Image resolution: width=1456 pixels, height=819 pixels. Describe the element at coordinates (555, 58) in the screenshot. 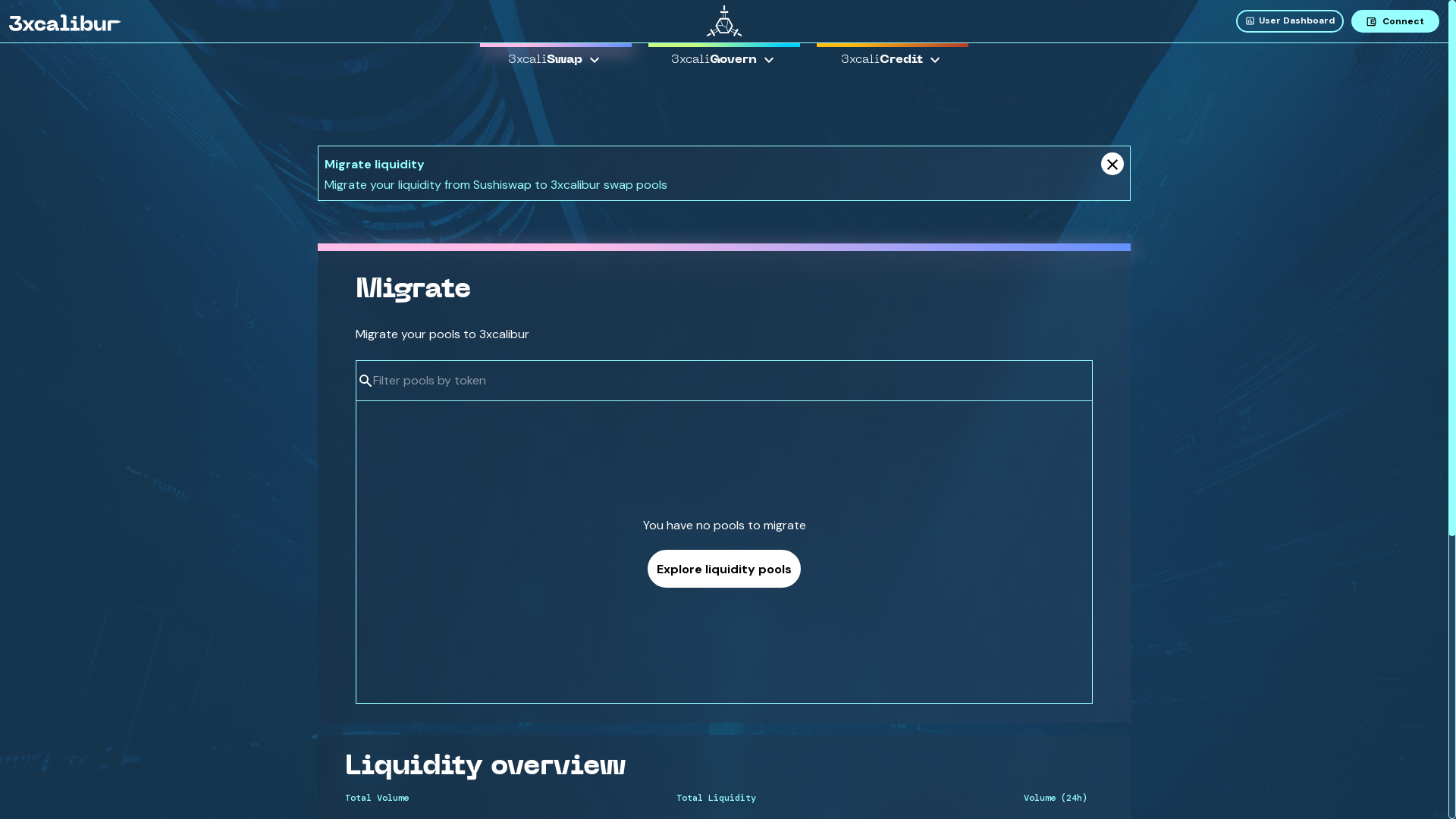

I see `'3xcaliSwap'` at that location.